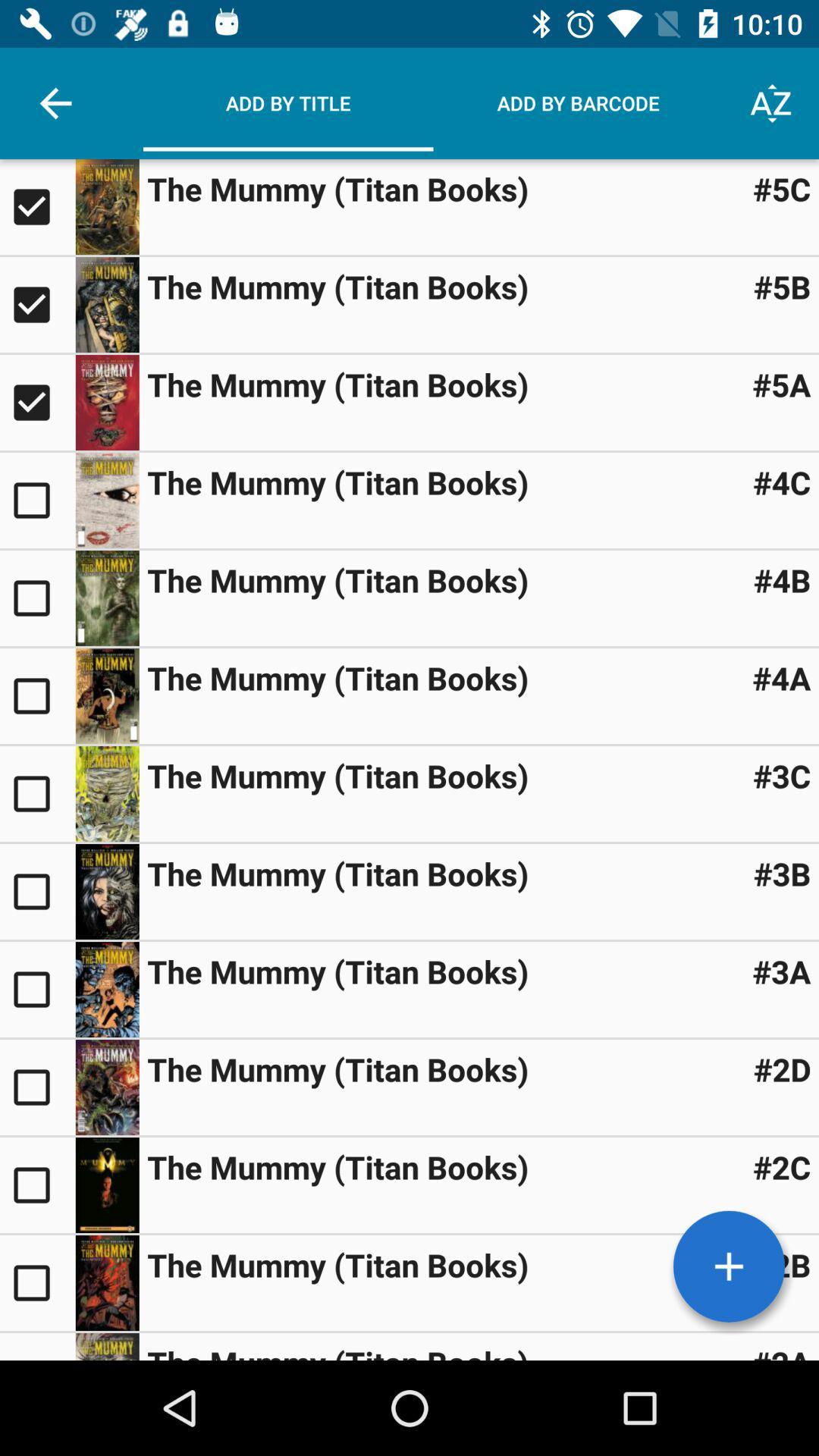 This screenshot has width=819, height=1456. I want to click on book information, so click(106, 695).